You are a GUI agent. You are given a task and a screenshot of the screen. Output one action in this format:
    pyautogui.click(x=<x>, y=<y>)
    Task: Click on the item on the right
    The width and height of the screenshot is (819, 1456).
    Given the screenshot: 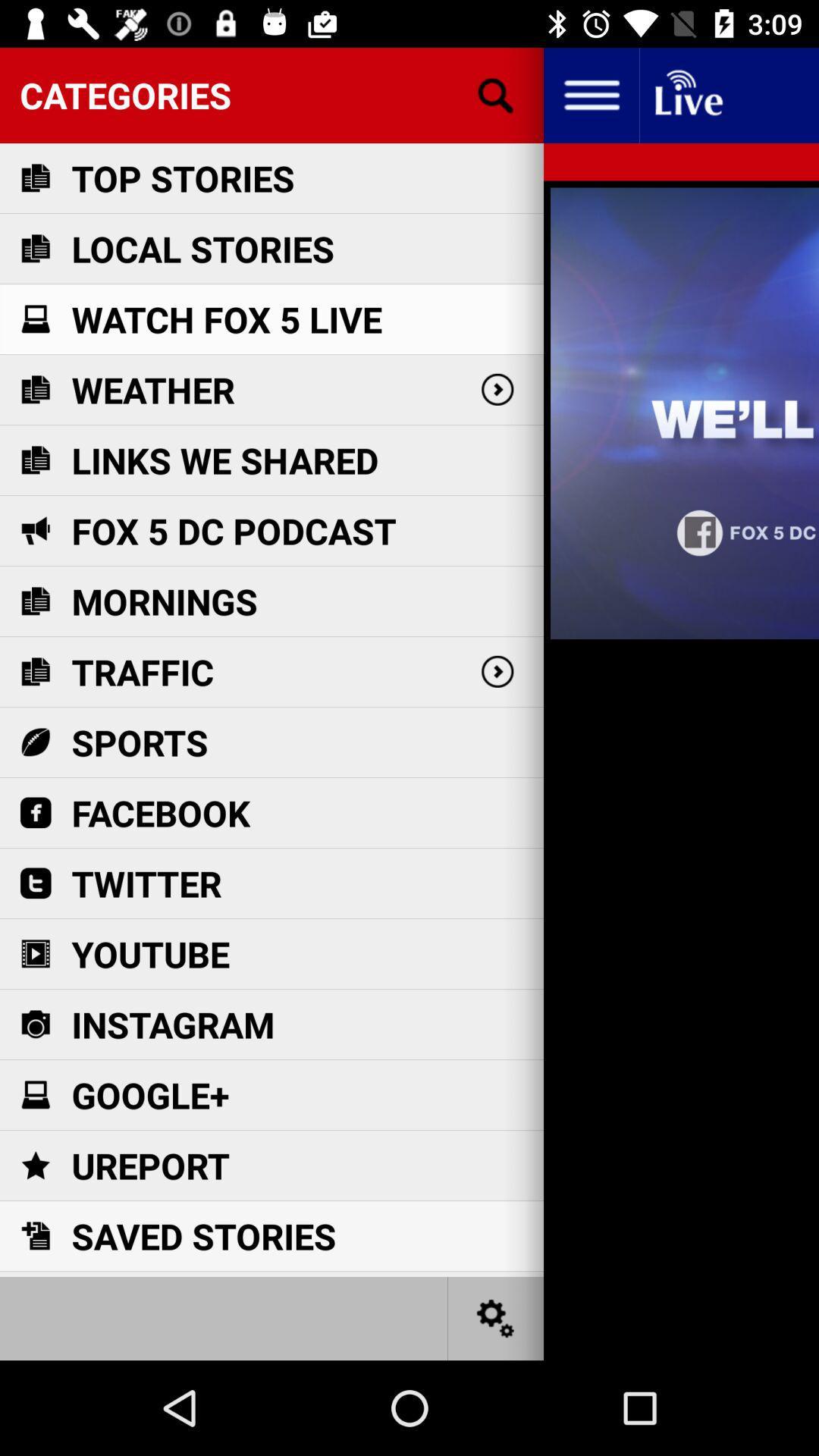 What is the action you would take?
    pyautogui.click(x=680, y=770)
    